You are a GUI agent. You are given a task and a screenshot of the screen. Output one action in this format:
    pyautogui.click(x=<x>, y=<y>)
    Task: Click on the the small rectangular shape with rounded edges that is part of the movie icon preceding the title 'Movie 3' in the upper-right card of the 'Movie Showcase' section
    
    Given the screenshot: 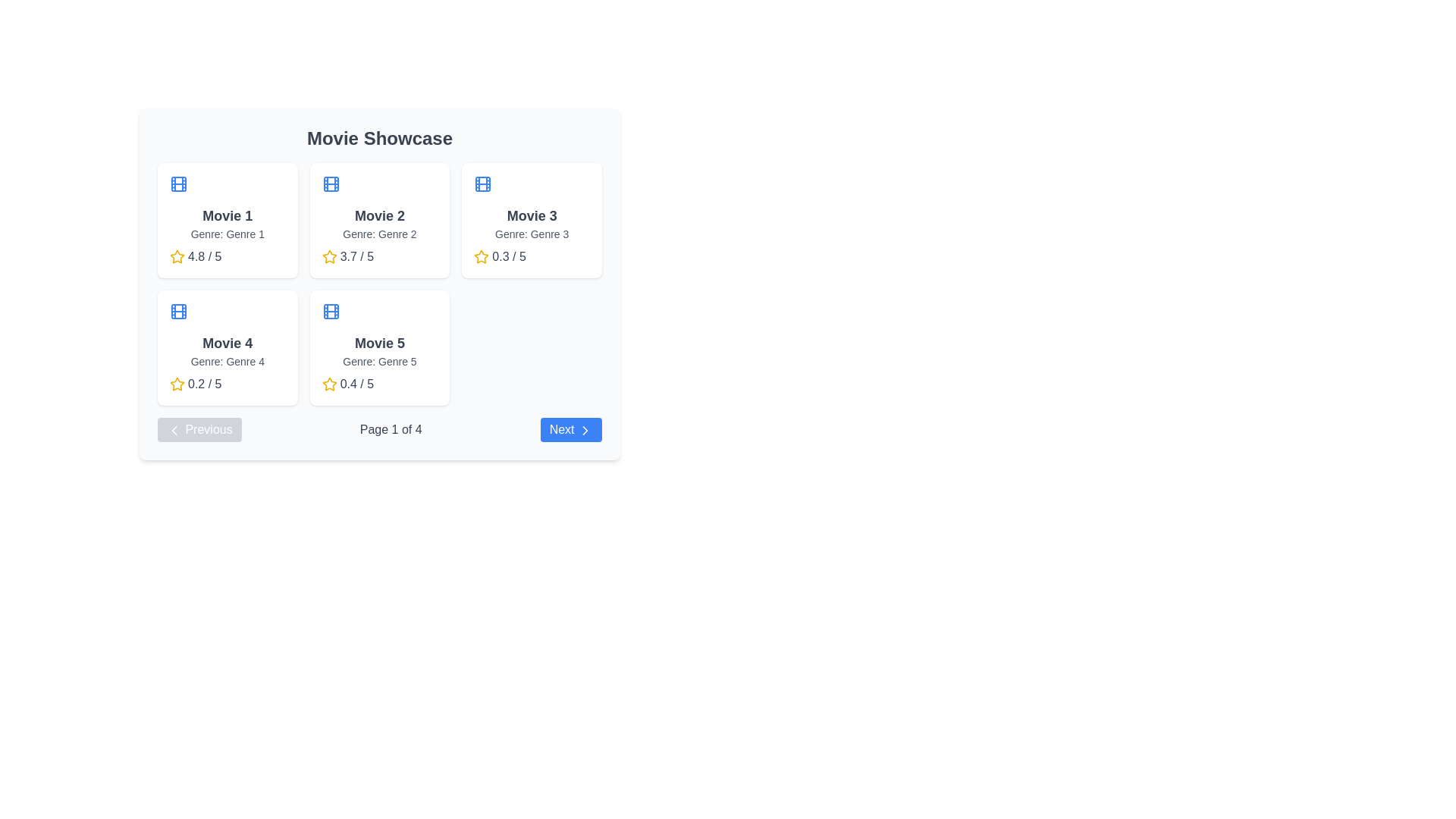 What is the action you would take?
    pyautogui.click(x=482, y=184)
    